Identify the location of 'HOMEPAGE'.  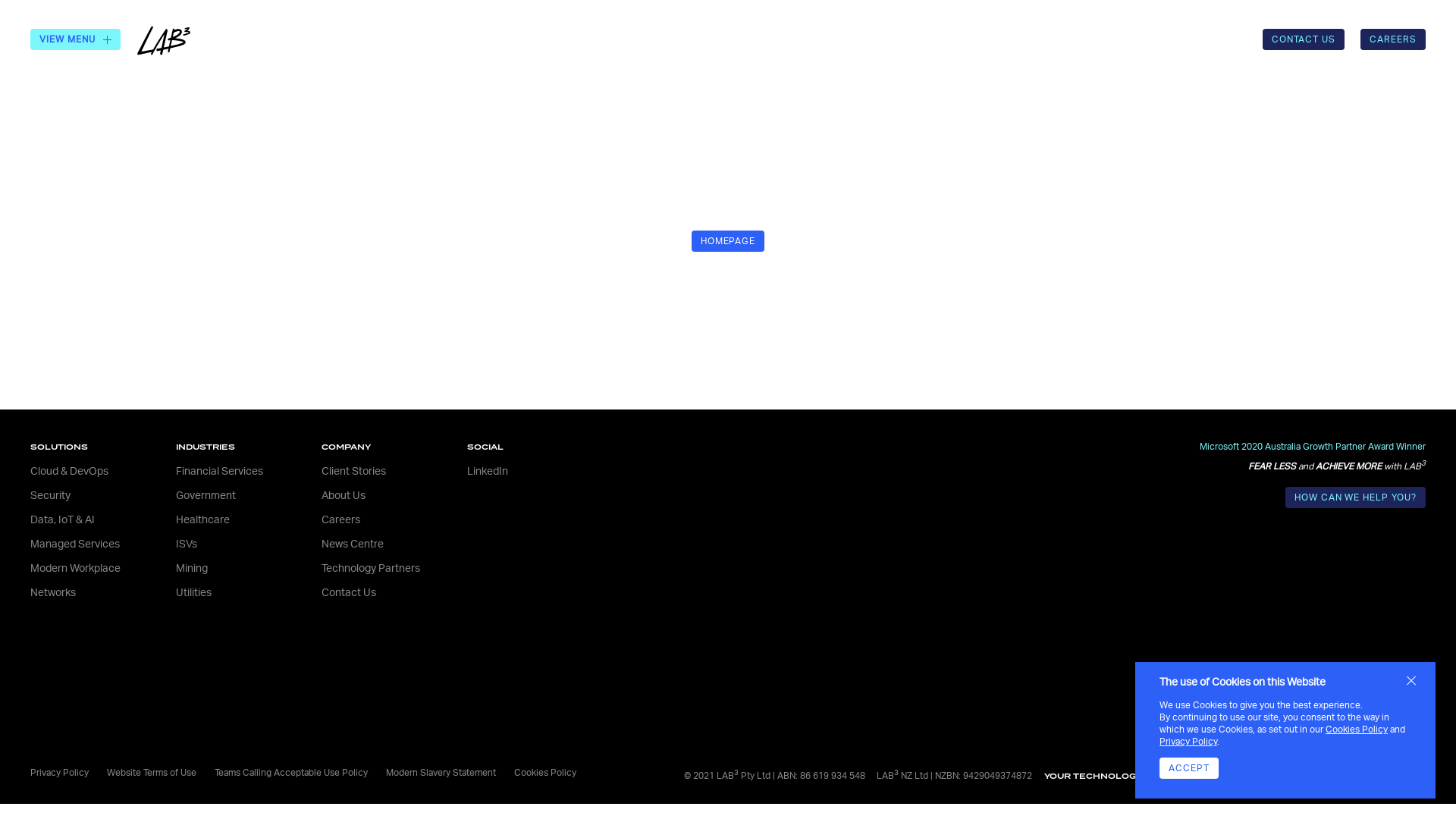
(728, 240).